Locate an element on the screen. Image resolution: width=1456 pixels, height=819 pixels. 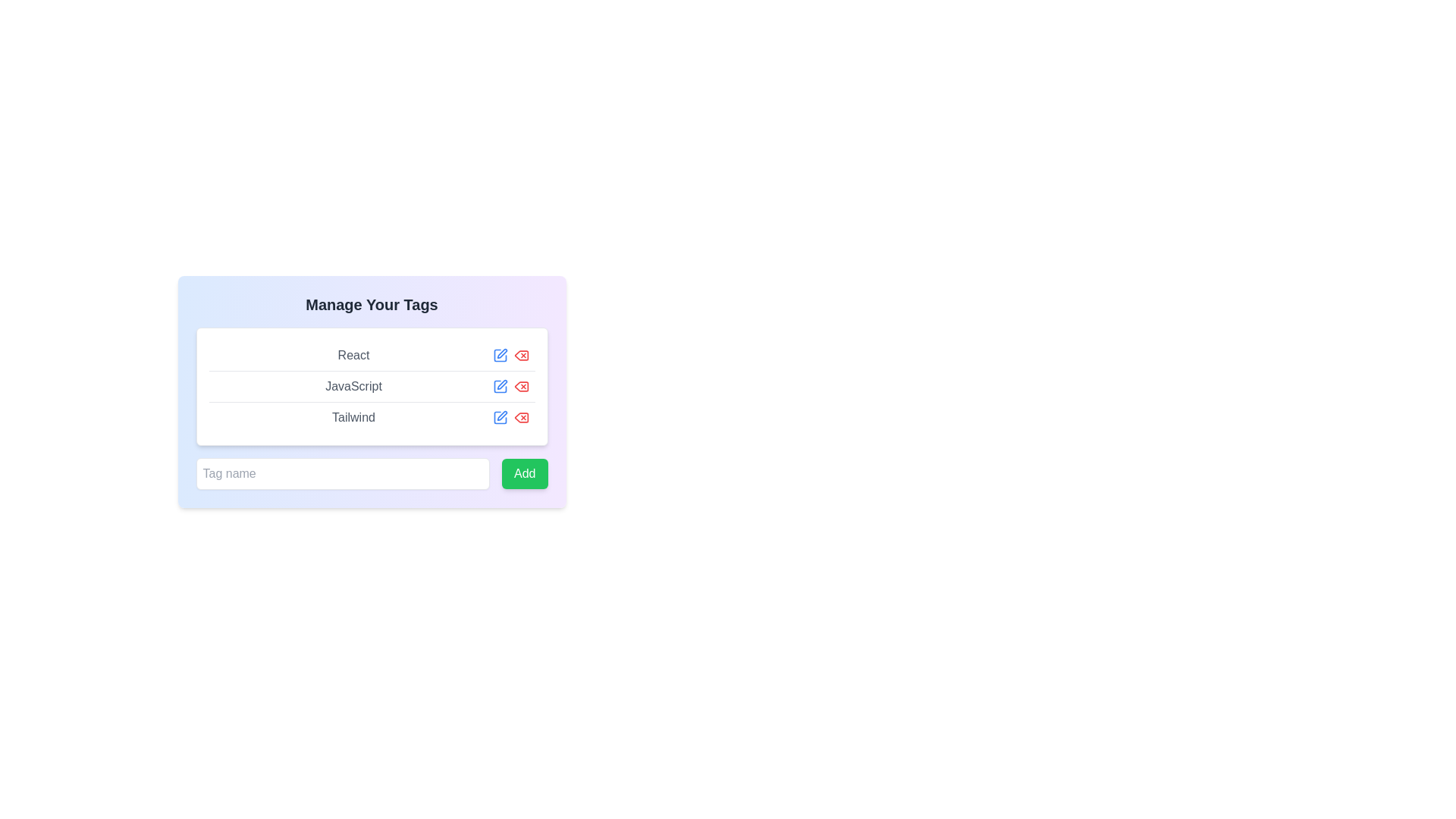
the delete icon located to the left of the 'JavaScript' tag in the list is located at coordinates (521, 385).